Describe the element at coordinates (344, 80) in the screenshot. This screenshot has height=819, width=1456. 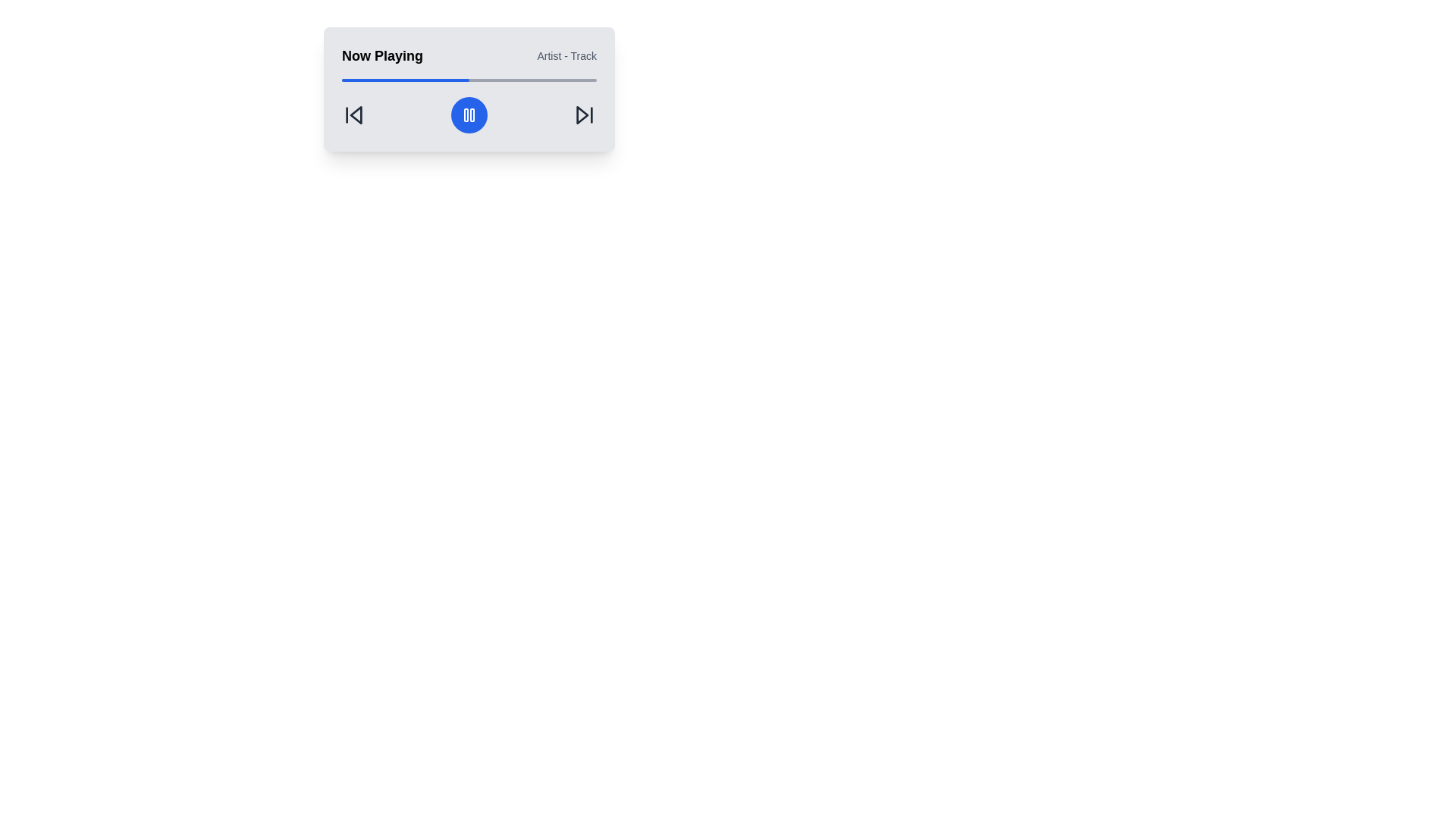
I see `the progress of the bar` at that location.